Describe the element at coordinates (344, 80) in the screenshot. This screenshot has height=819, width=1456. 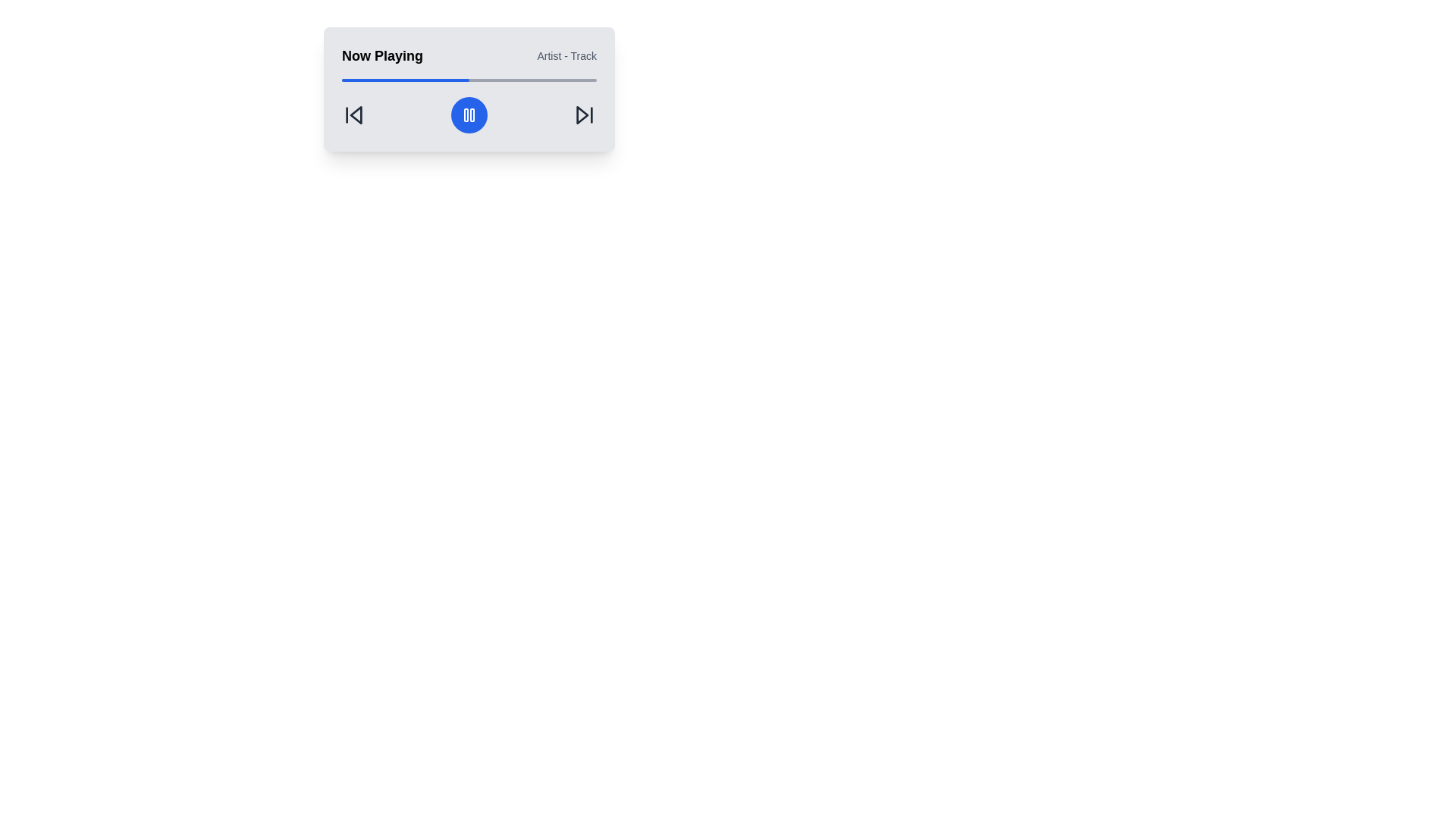
I see `the progress of the bar` at that location.